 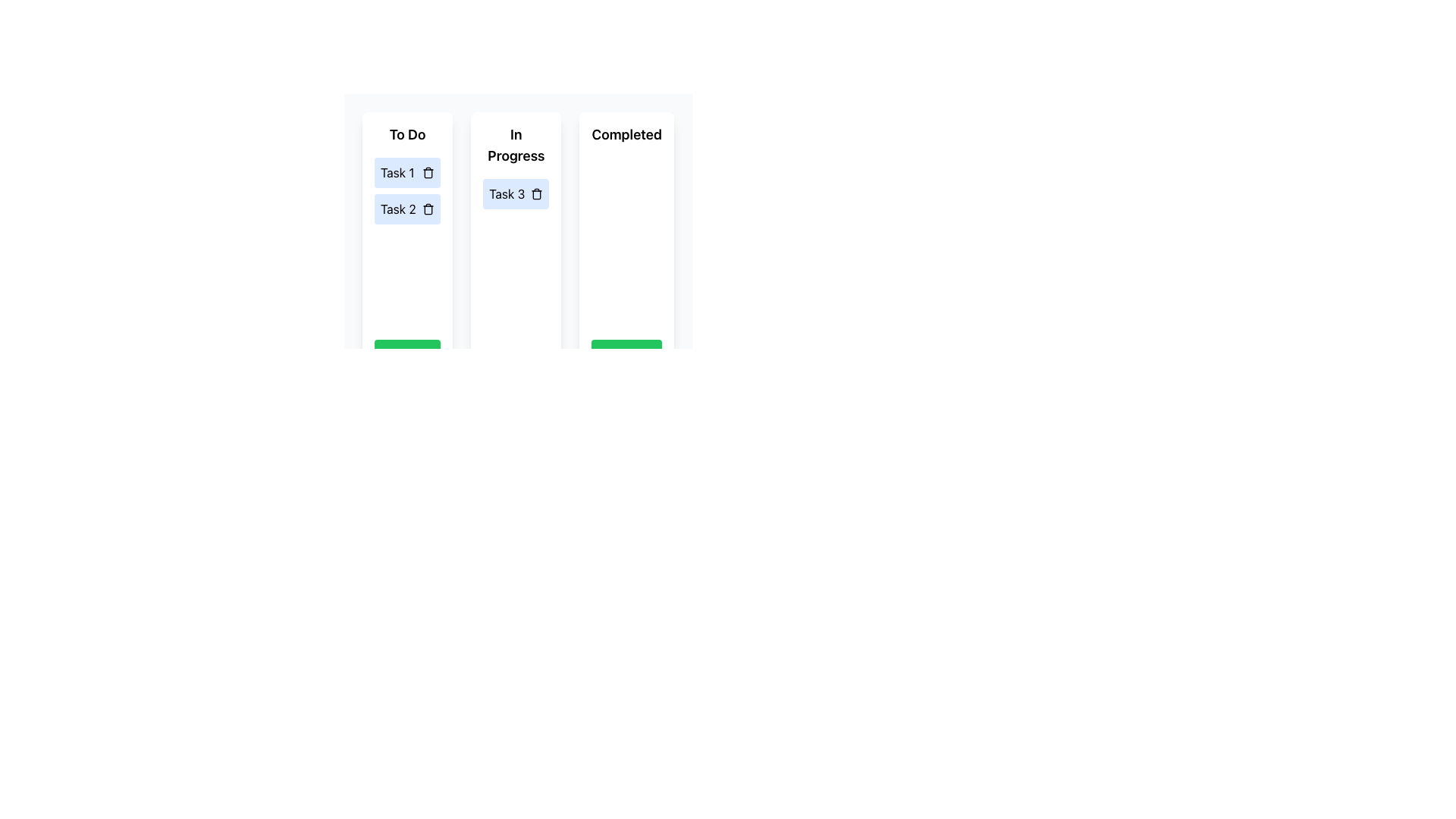 I want to click on the 'Task 1' text in the first Task card located in the 'To Do' column to focus or edit the task, so click(x=407, y=171).